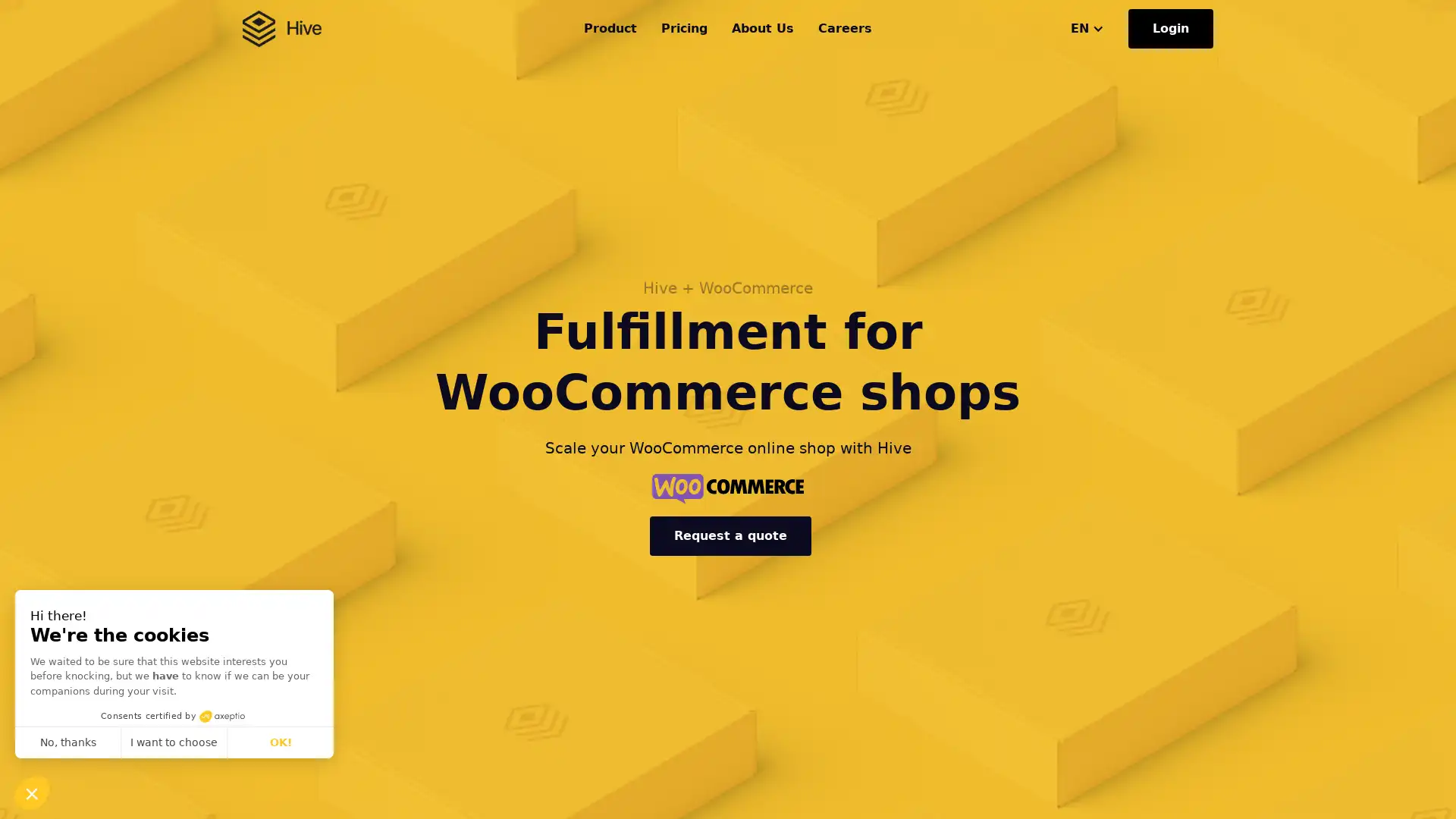  I want to click on No, thanks, so click(67, 742).